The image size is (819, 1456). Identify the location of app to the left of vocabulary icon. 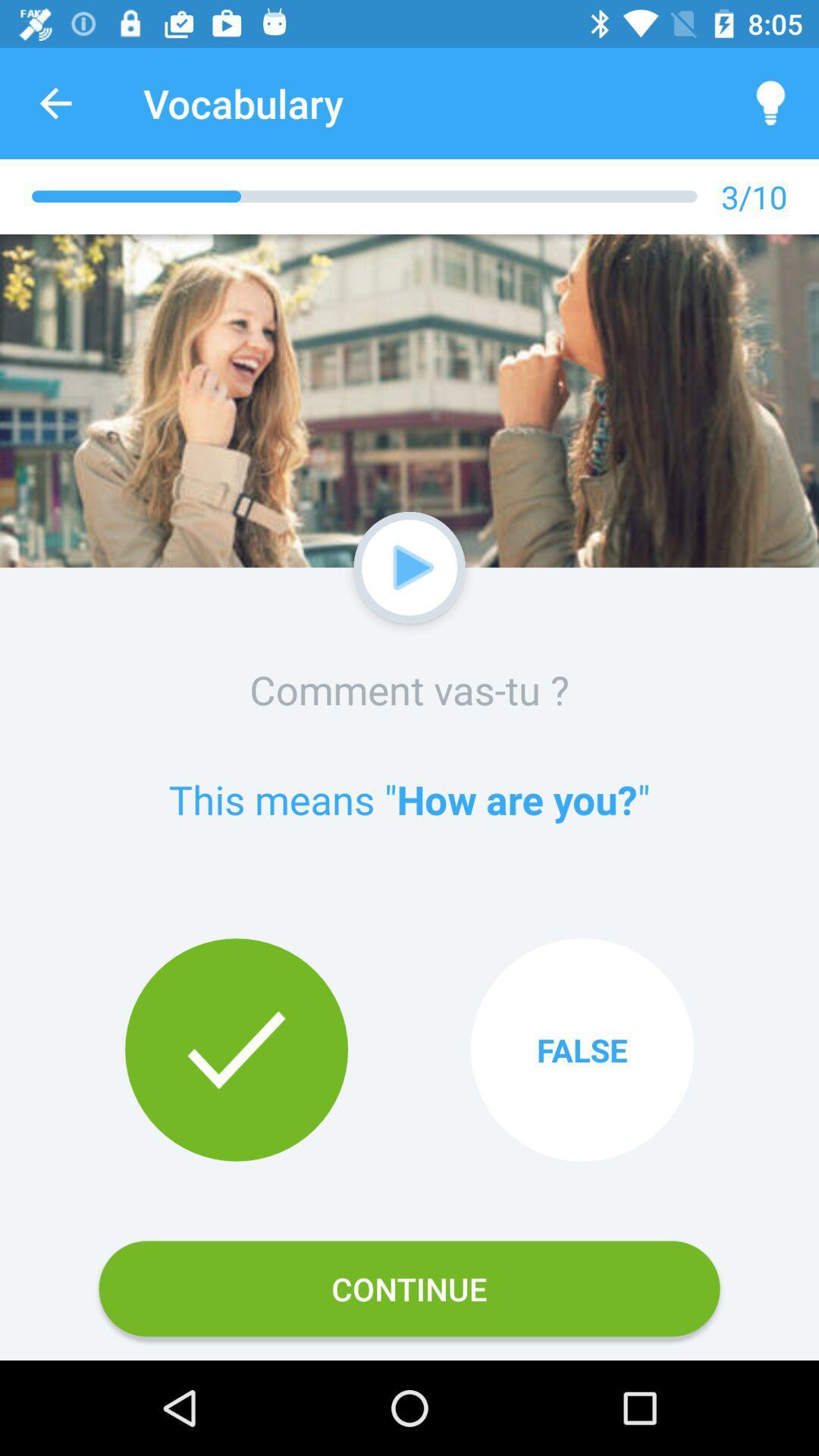
(55, 102).